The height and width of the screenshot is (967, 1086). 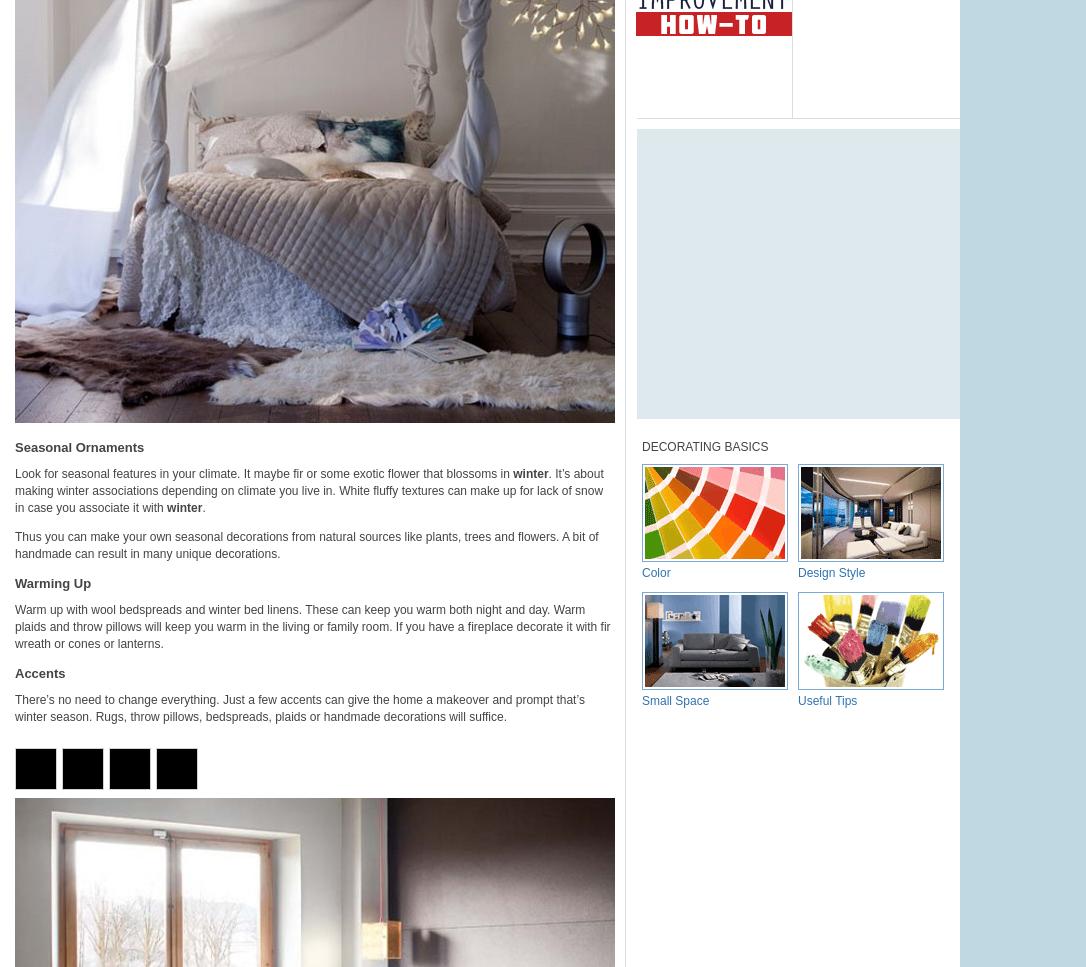 What do you see at coordinates (39, 673) in the screenshot?
I see `'Accents'` at bounding box center [39, 673].